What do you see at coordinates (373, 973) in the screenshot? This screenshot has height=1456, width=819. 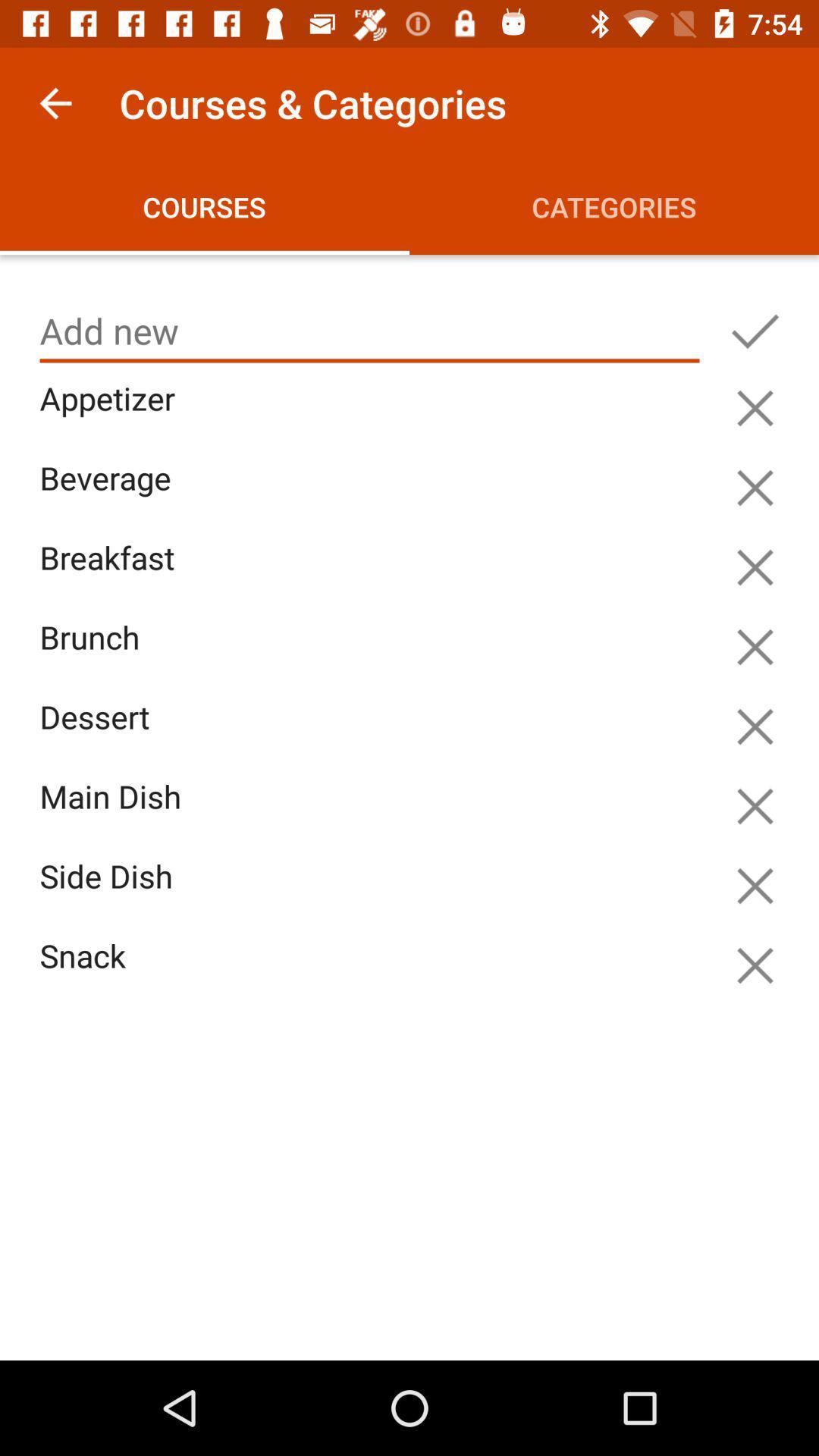 I see `the snack icon` at bounding box center [373, 973].